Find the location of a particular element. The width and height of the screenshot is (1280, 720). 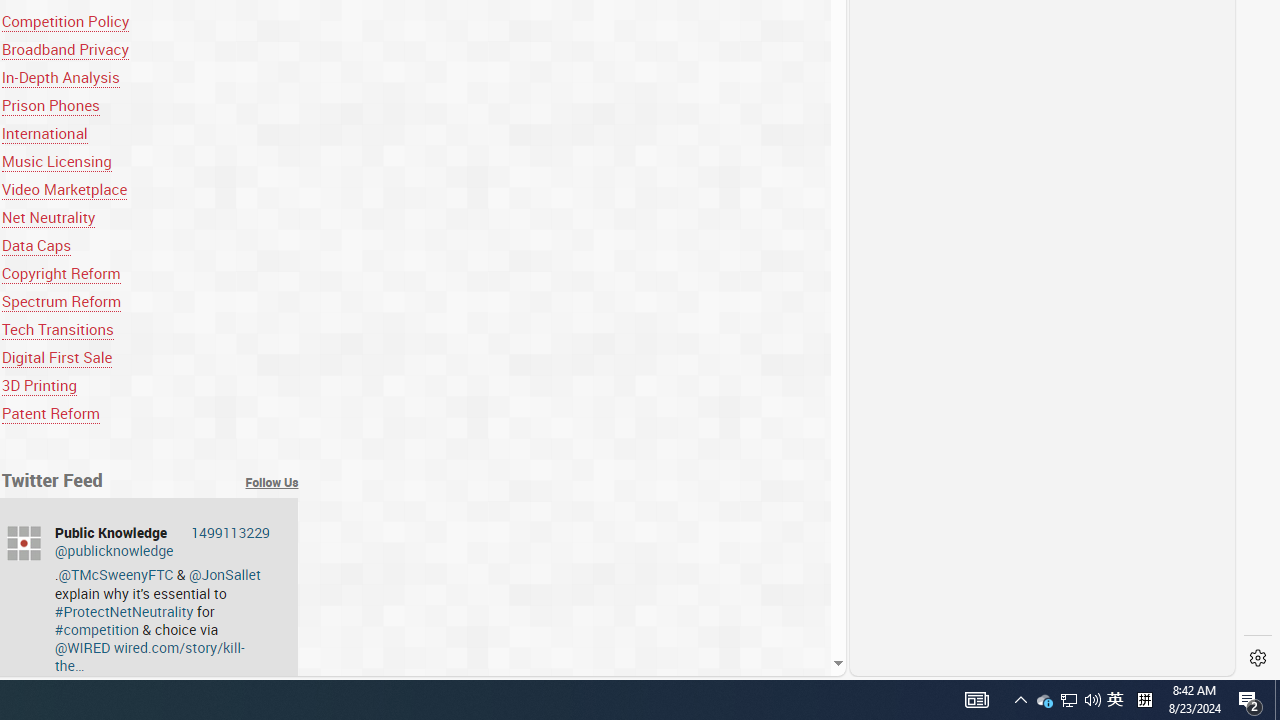

'Copyright Reform' is located at coordinates (61, 273).